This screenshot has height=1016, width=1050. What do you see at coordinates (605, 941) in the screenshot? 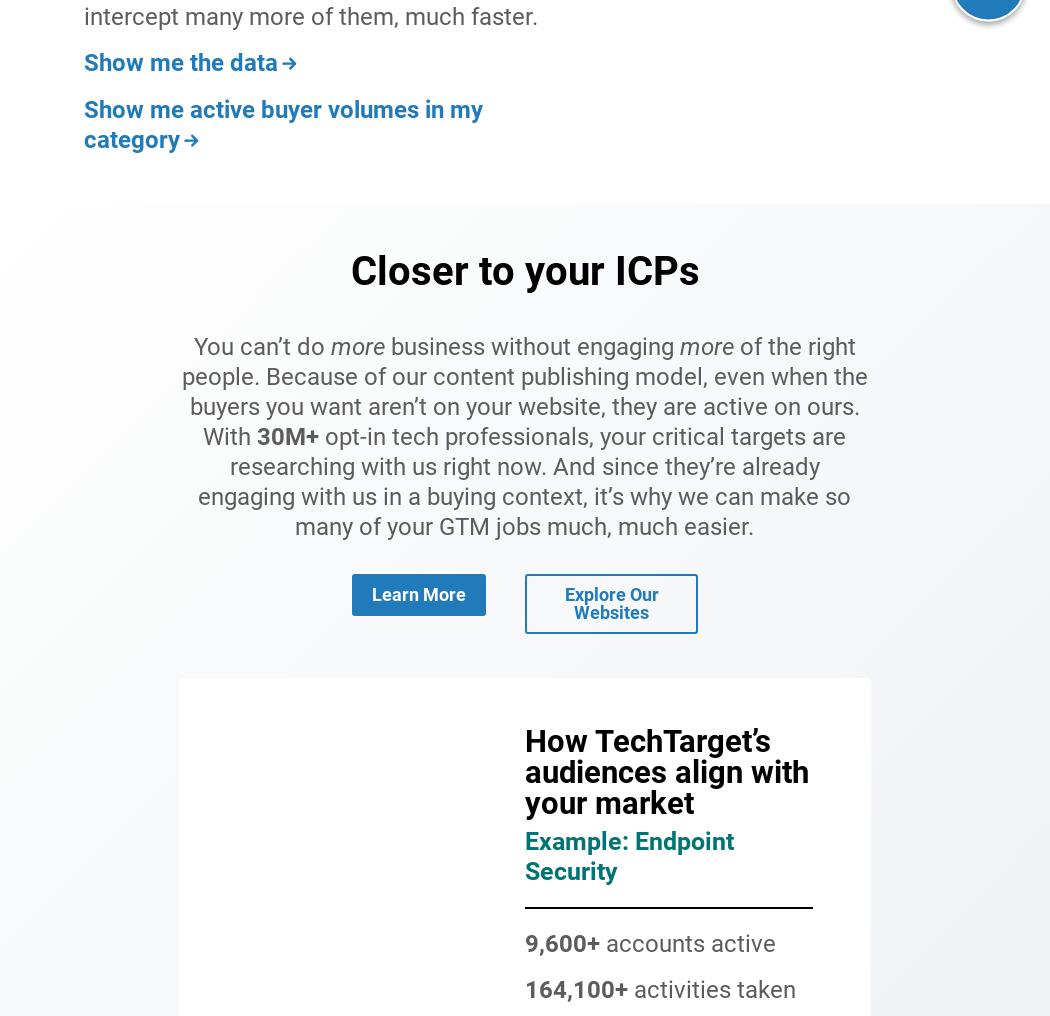
I see `'accounts active'` at bounding box center [605, 941].